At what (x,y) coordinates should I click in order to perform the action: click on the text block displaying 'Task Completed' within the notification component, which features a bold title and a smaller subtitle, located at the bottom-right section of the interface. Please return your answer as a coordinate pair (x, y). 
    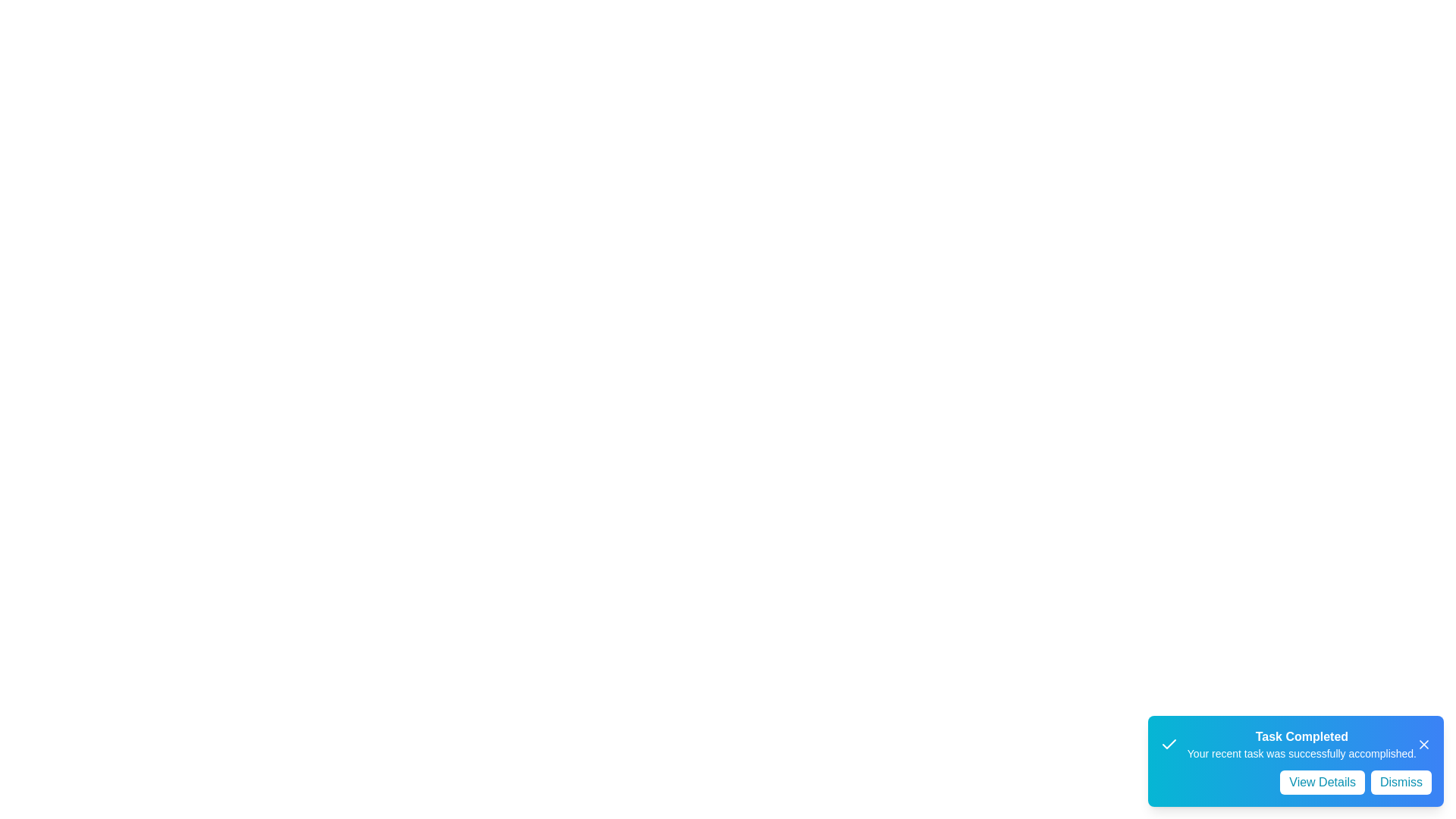
    Looking at the image, I should click on (1301, 744).